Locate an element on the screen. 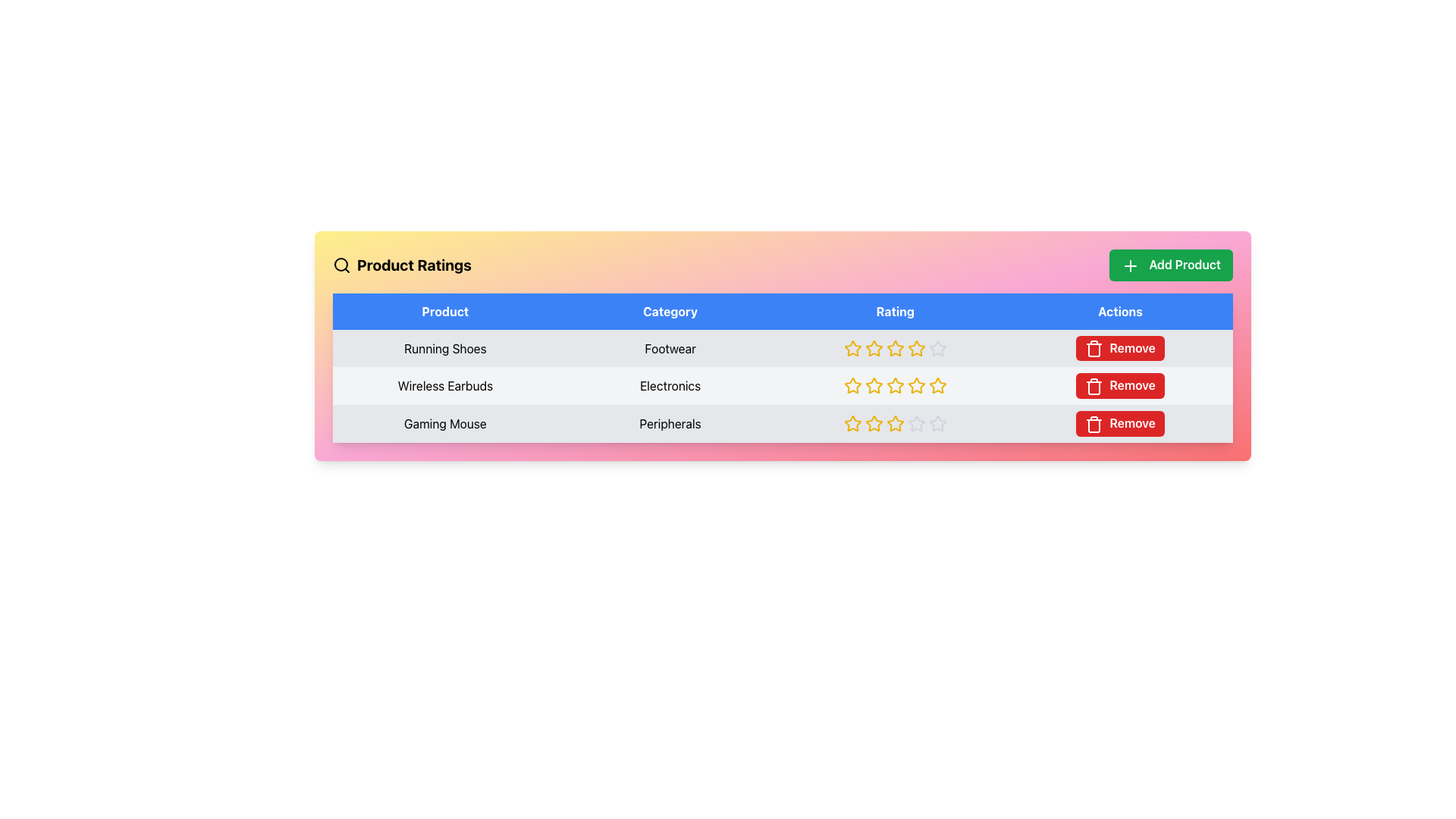 The image size is (1456, 819). the third yellow star icon in the rating row under the 'Rating' column for the 'Footwear' category to rate it is located at coordinates (895, 348).